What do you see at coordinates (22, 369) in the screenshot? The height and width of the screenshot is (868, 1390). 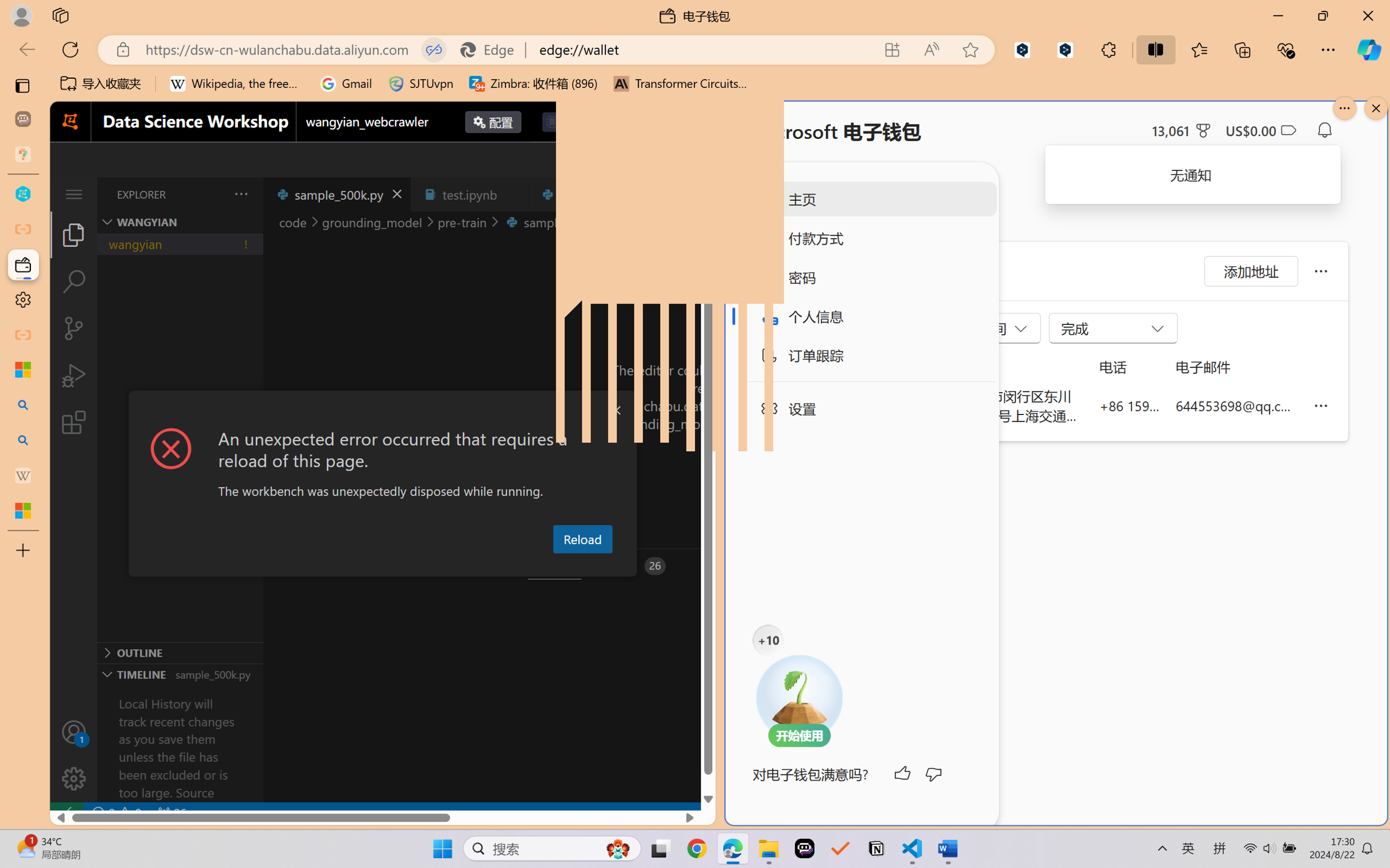 I see `'Microsoft security help and learning'` at bounding box center [22, 369].